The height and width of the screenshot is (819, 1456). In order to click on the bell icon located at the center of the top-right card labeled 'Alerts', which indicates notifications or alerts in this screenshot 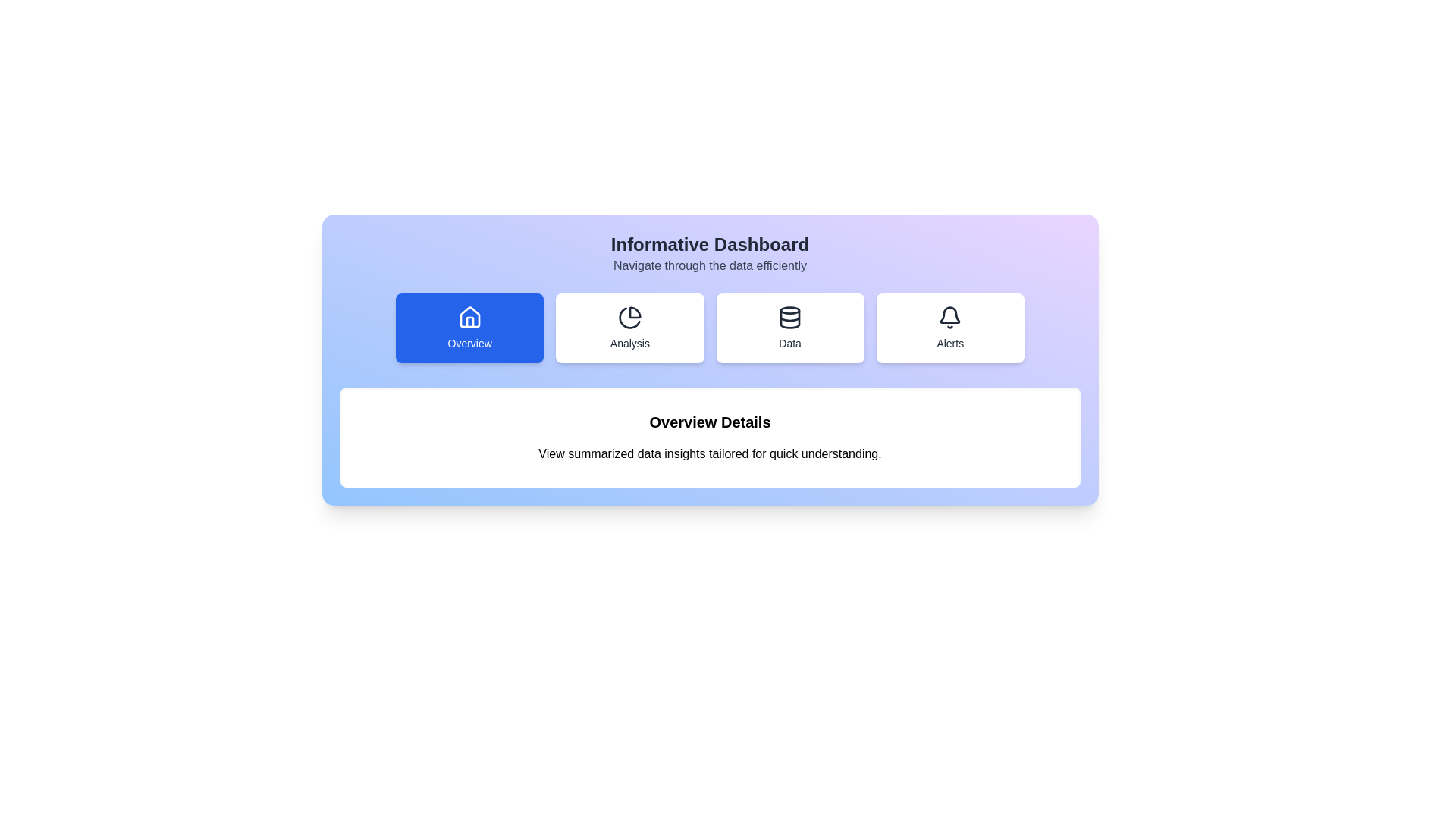, I will do `click(949, 317)`.